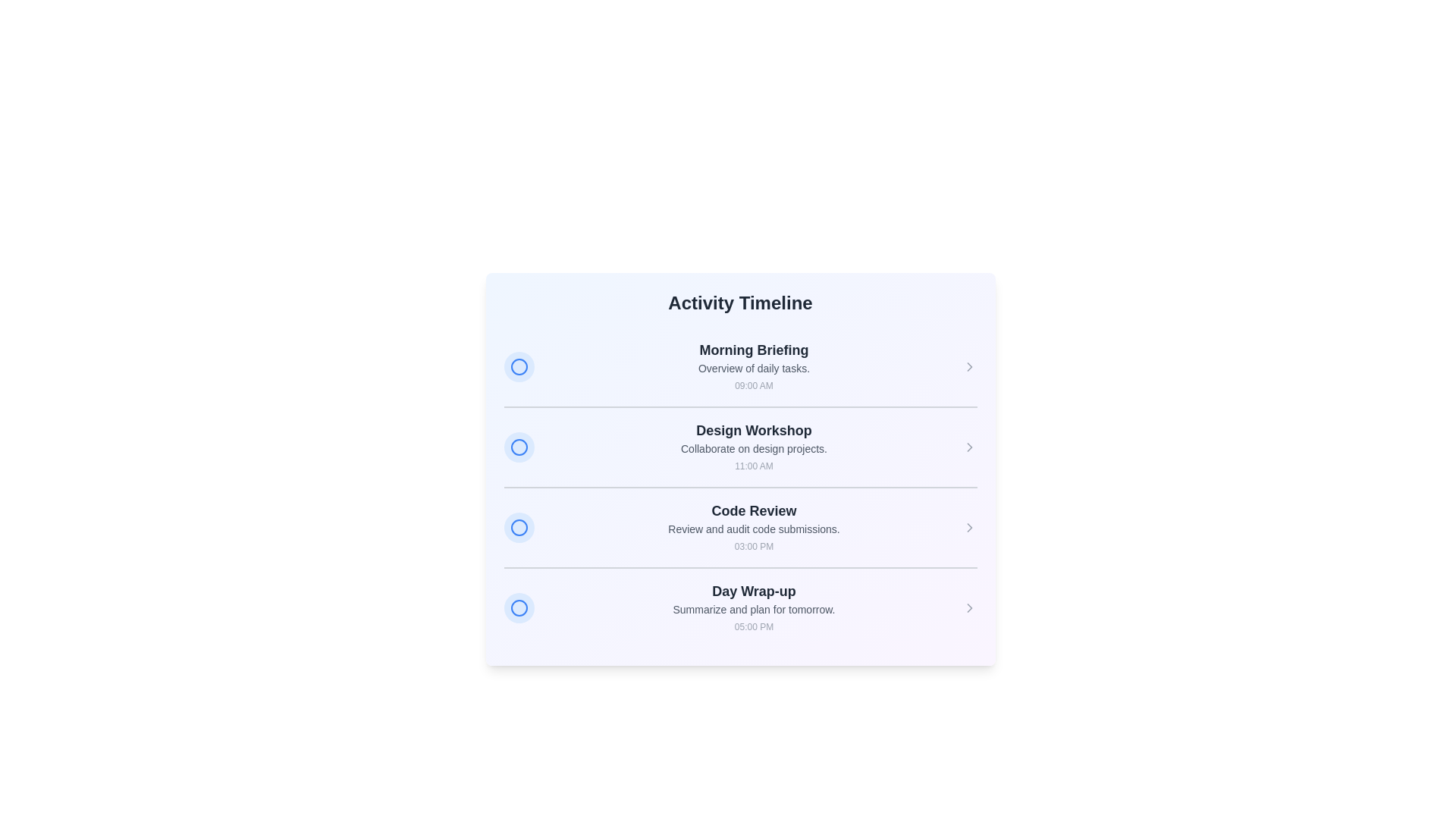 Image resolution: width=1456 pixels, height=819 pixels. What do you see at coordinates (740, 446) in the screenshot?
I see `the list item titled 'Design Workshop'` at bounding box center [740, 446].